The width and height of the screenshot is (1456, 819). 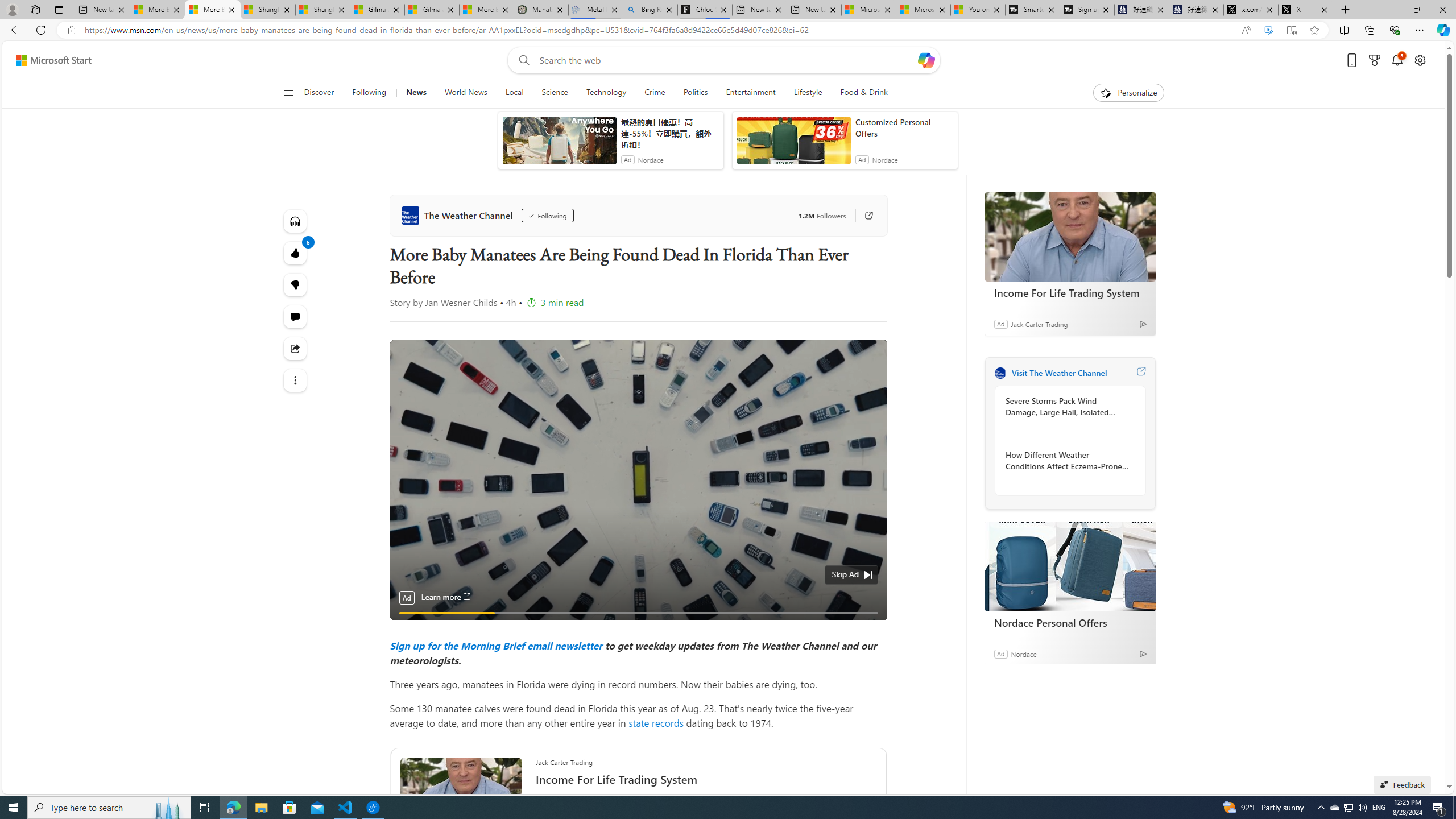 I want to click on 'Following', so click(x=369, y=92).